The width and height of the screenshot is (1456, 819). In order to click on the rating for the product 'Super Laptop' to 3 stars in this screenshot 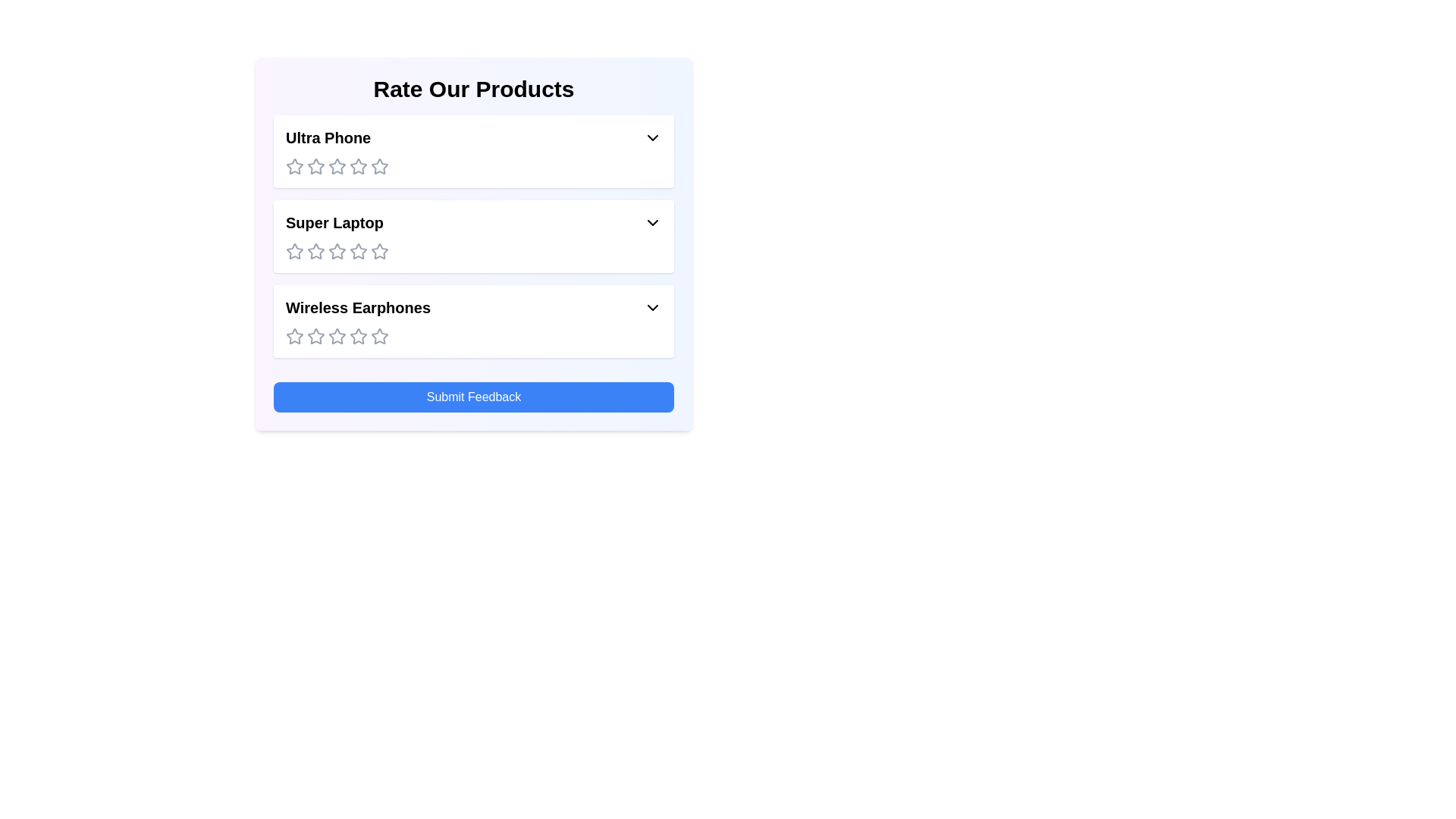, I will do `click(337, 250)`.